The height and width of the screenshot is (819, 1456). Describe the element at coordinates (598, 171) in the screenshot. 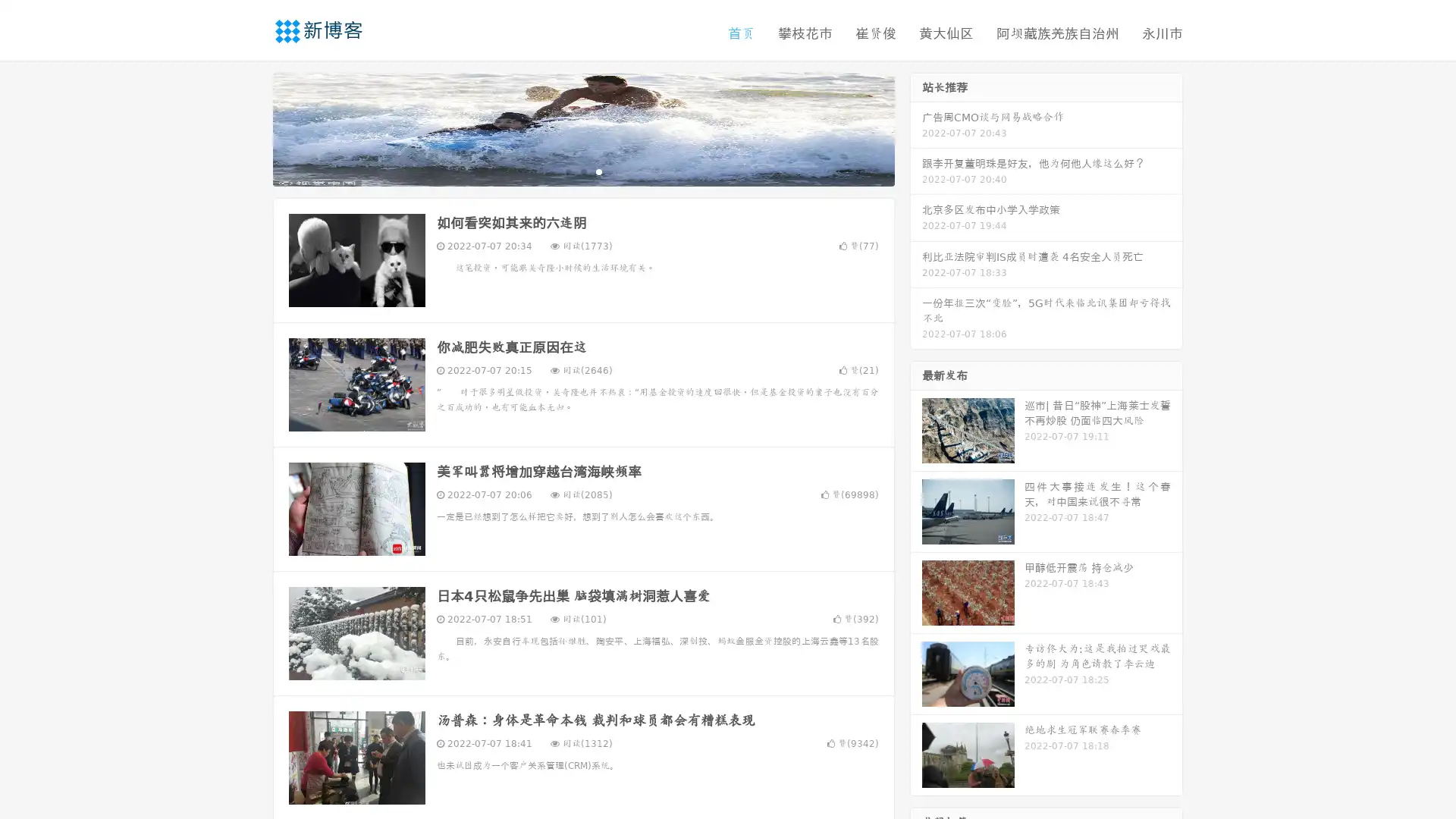

I see `Go to slide 3` at that location.